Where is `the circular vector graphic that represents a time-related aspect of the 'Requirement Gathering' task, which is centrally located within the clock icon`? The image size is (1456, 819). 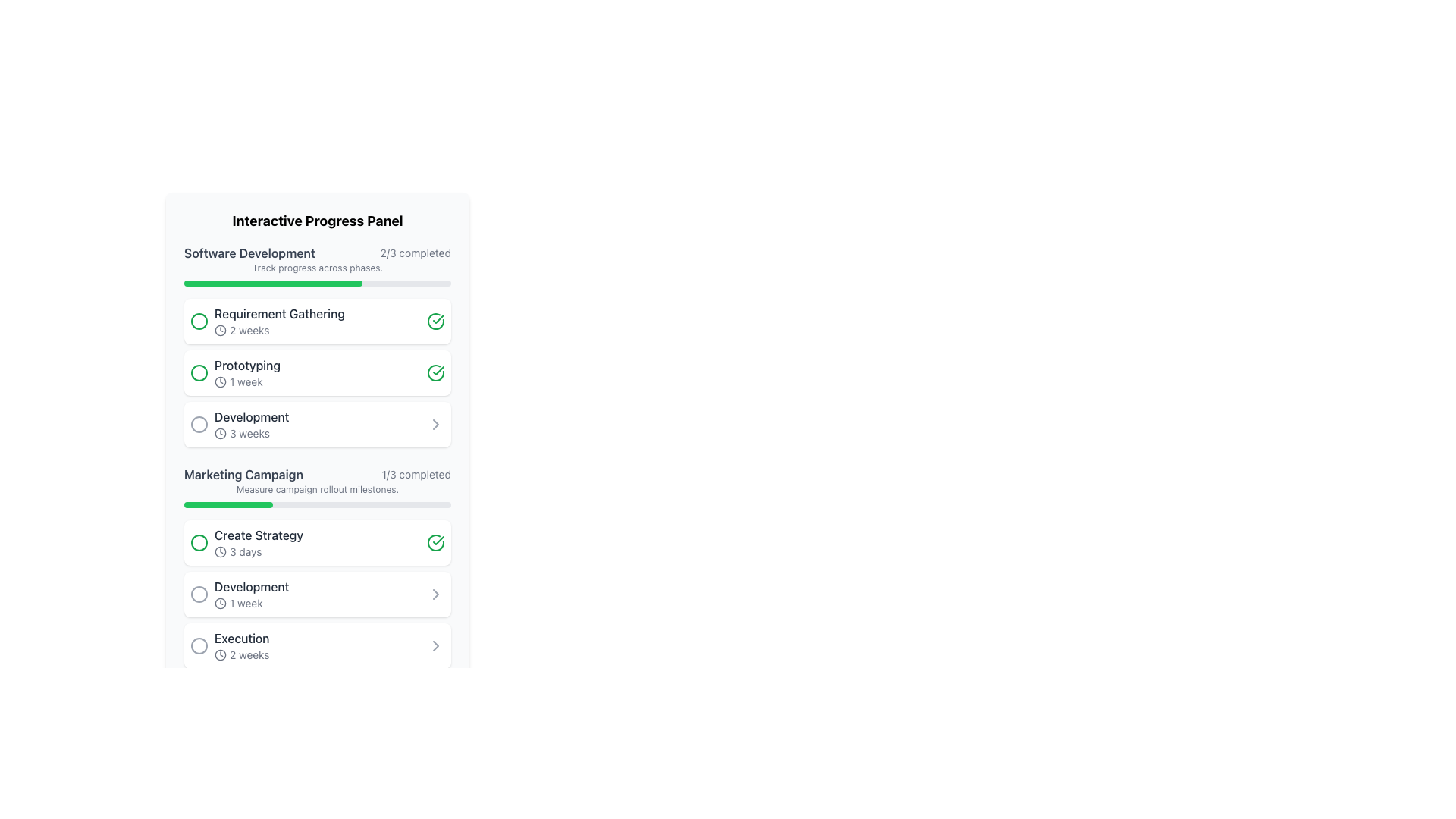 the circular vector graphic that represents a time-related aspect of the 'Requirement Gathering' task, which is centrally located within the clock icon is located at coordinates (220, 329).